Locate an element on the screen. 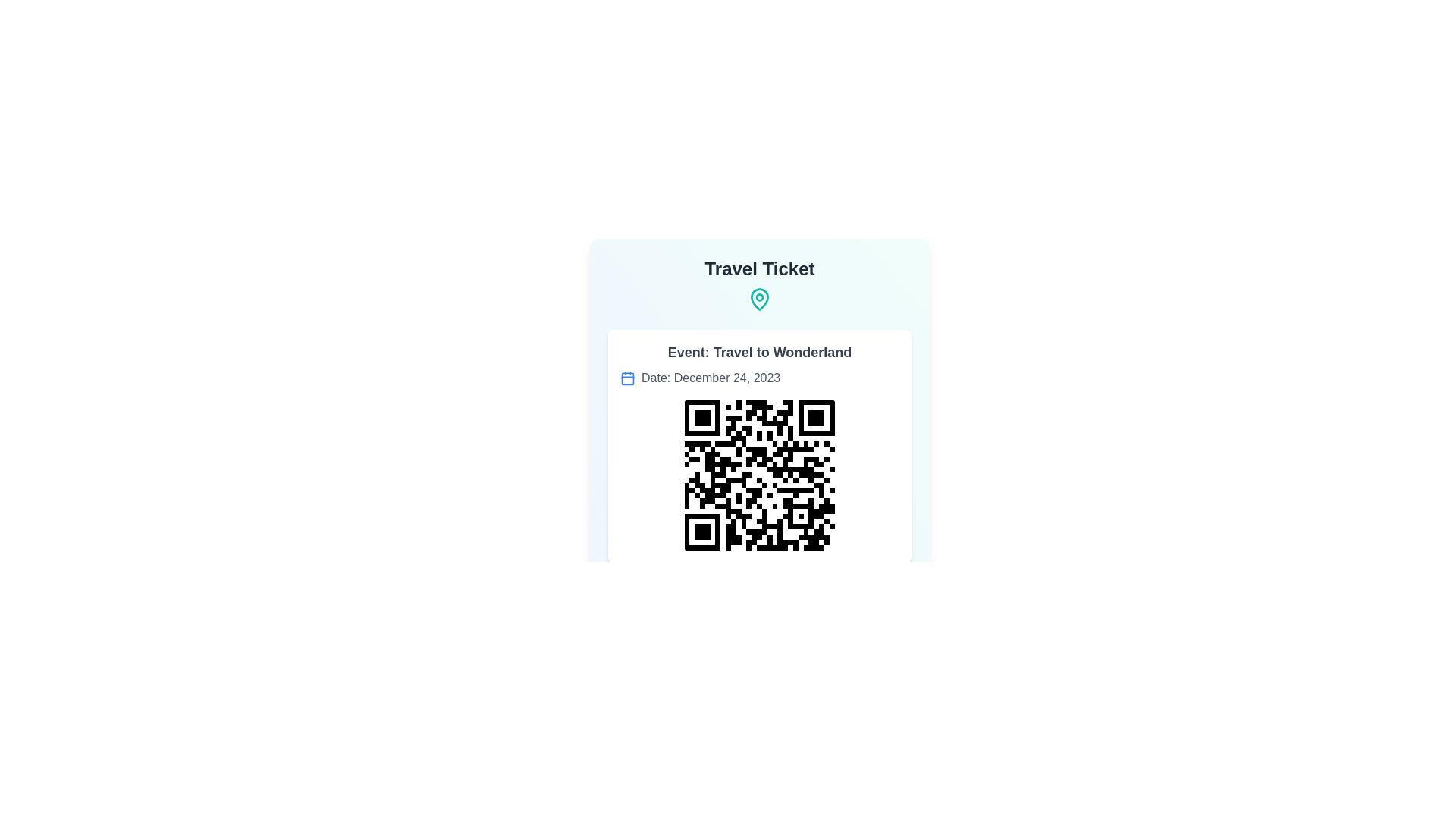 The image size is (1456, 819). the informational line displaying the date of the event, which is positioned below the text 'Event: Travel to Wonderland' within a white, rounded-corner card is located at coordinates (760, 377).